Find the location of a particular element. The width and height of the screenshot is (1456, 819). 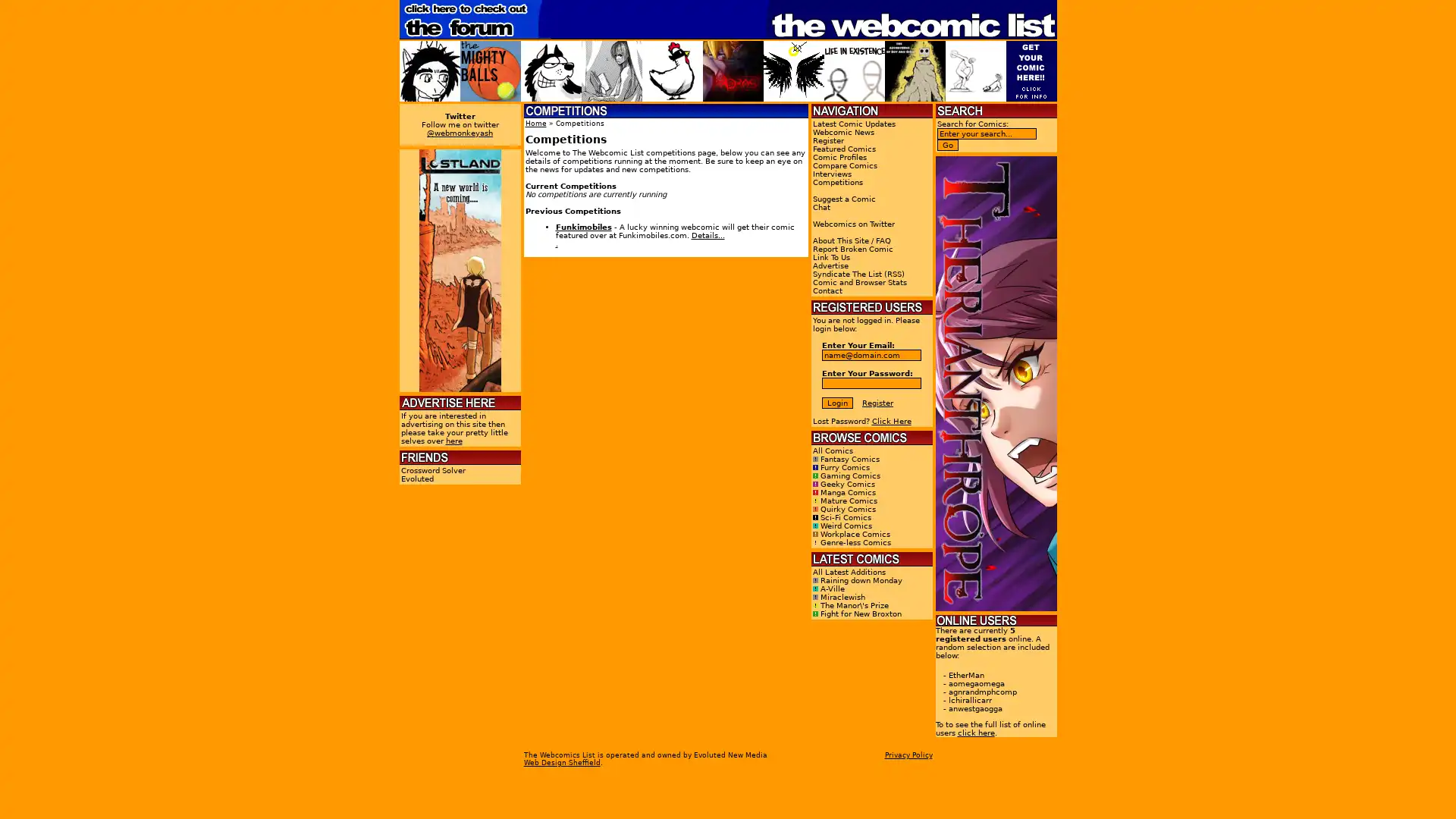

Go is located at coordinates (946, 145).